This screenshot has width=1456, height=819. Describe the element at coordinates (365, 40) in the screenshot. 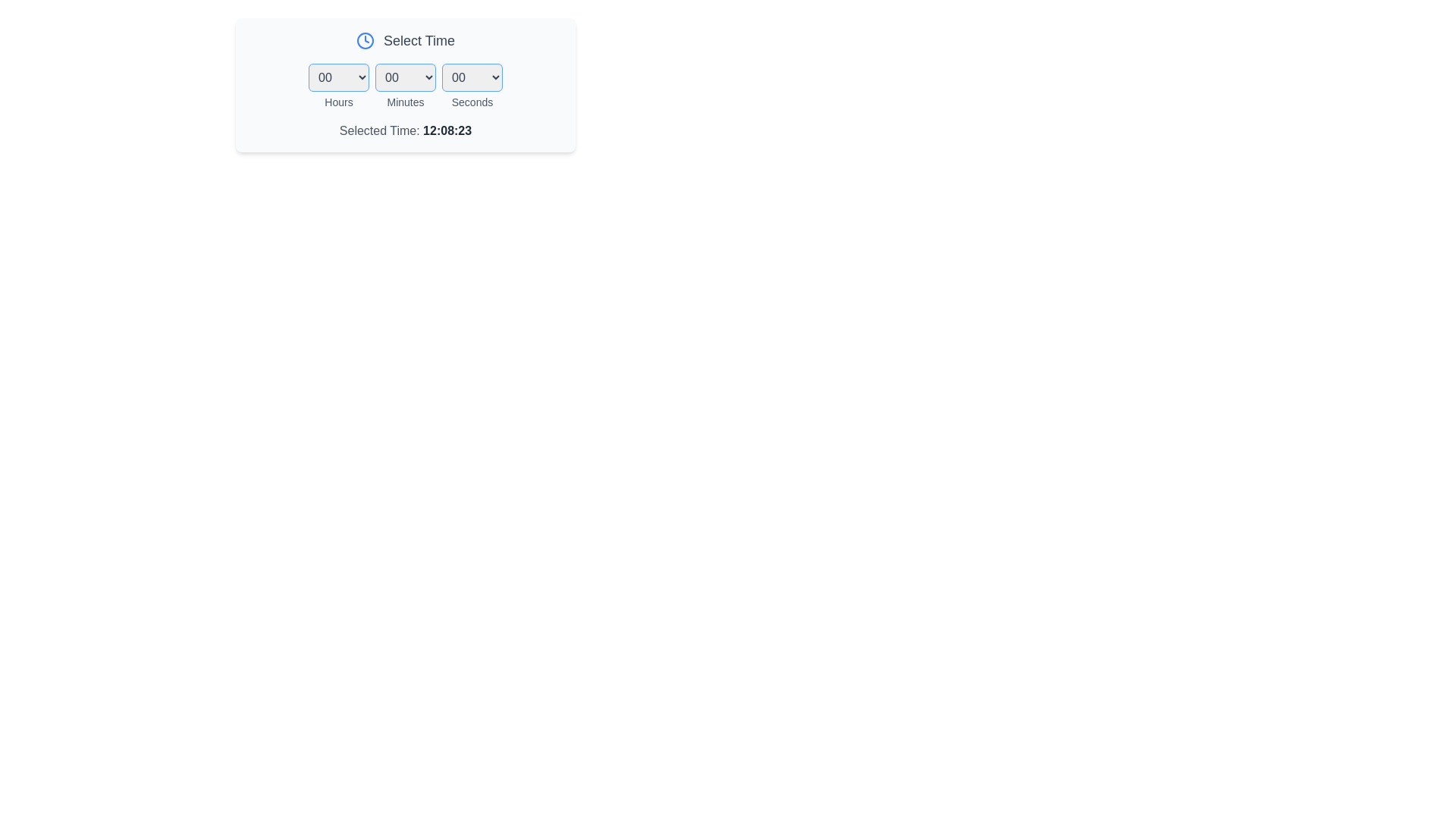

I see `the circular part of the clock icon located in the top left corner of the 'Select Time' section, which is part of the visual representation for time selection` at that location.